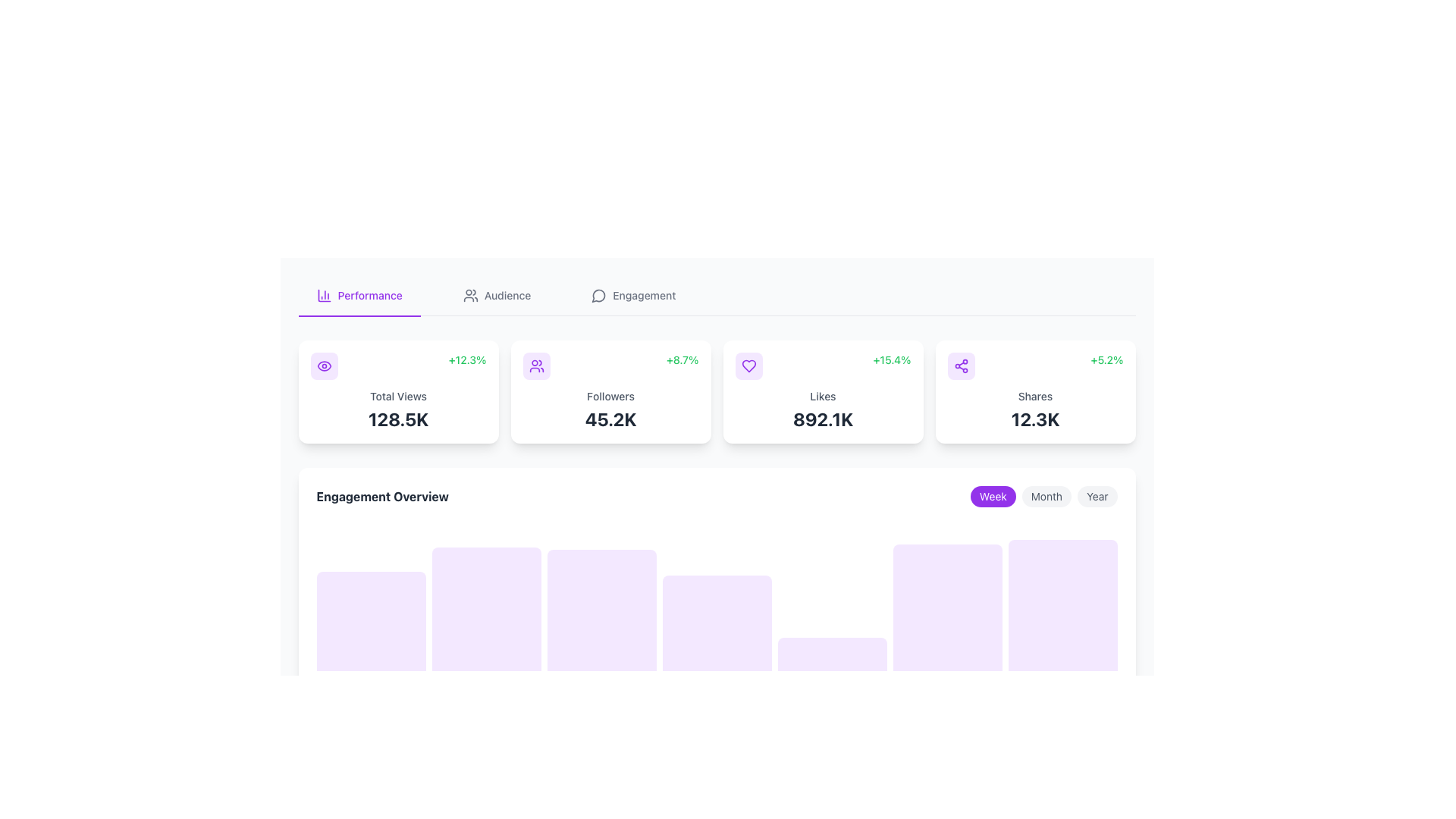 The width and height of the screenshot is (1456, 819). I want to click on the 'Likes' text label, which is displayed in gray font and positioned centrally below a heart-shaped icon within the third summary card, so click(822, 396).